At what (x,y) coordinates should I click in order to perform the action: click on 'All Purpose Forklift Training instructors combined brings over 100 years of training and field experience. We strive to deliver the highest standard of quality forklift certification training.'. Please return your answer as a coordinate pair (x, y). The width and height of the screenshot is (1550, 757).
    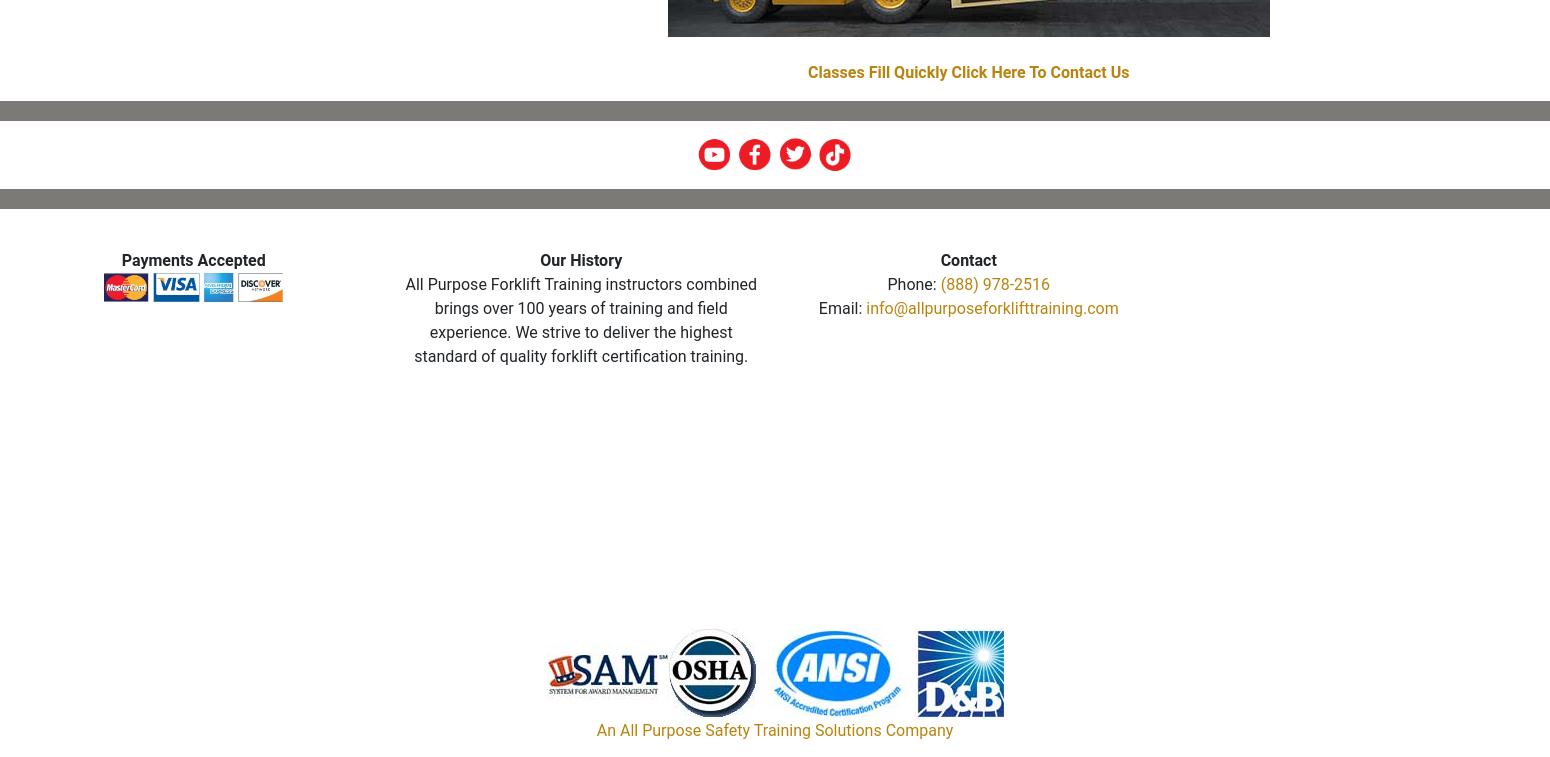
    Looking at the image, I should click on (580, 319).